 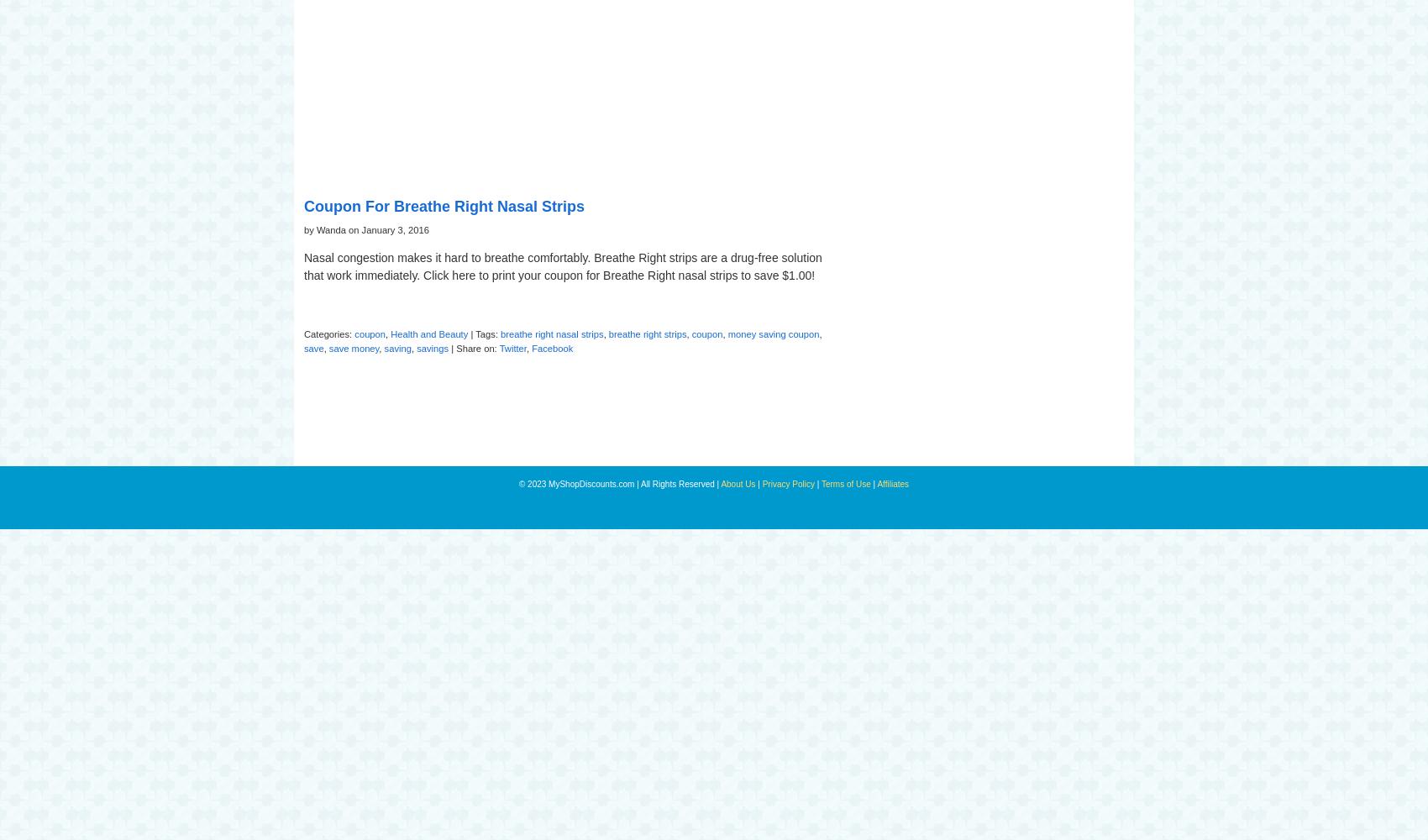 I want to click on '| All Rights Reserved |', so click(x=678, y=482).